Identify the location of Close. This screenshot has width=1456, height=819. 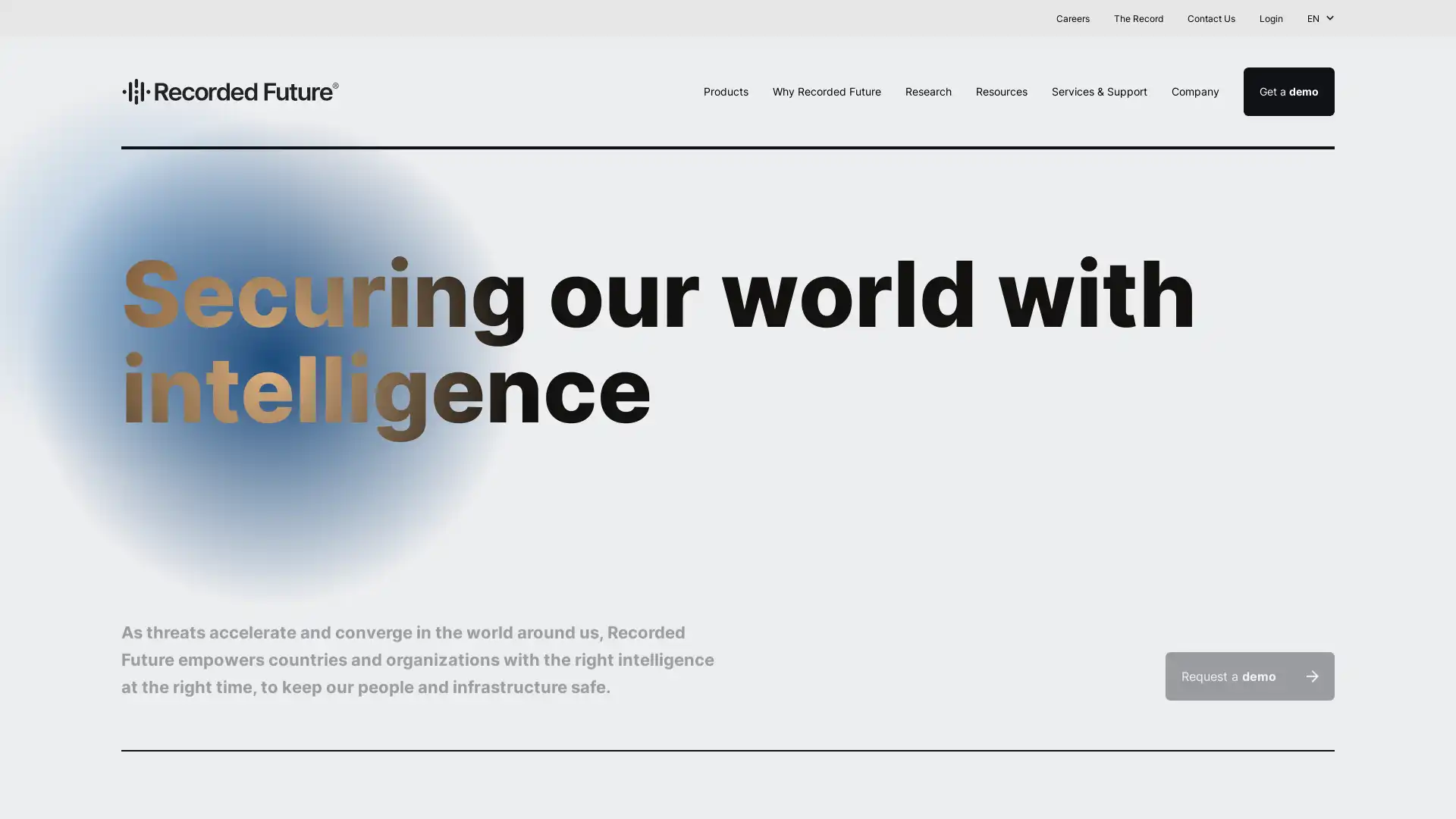
(1429, 20).